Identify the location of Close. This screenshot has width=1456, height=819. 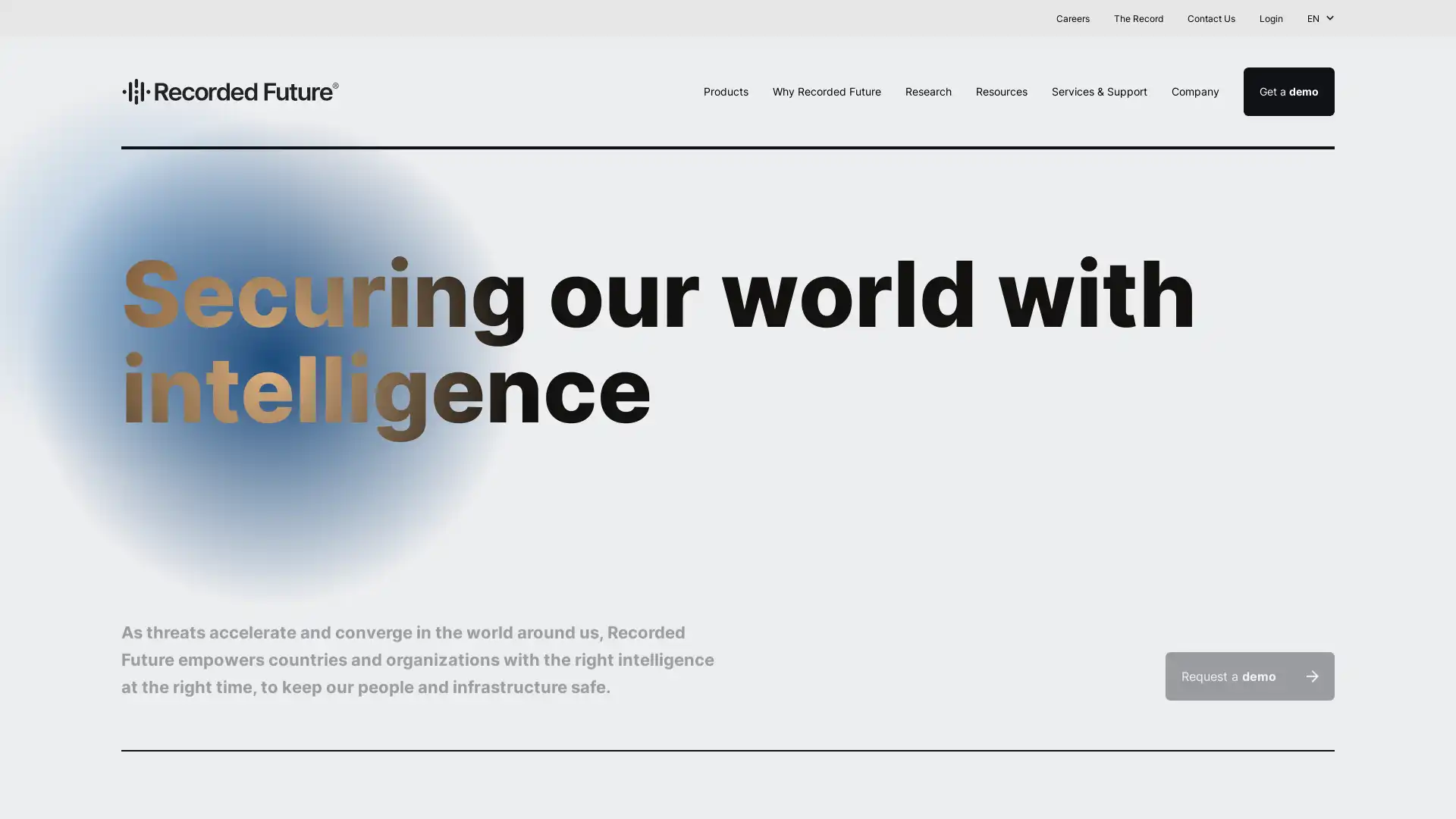
(1429, 20).